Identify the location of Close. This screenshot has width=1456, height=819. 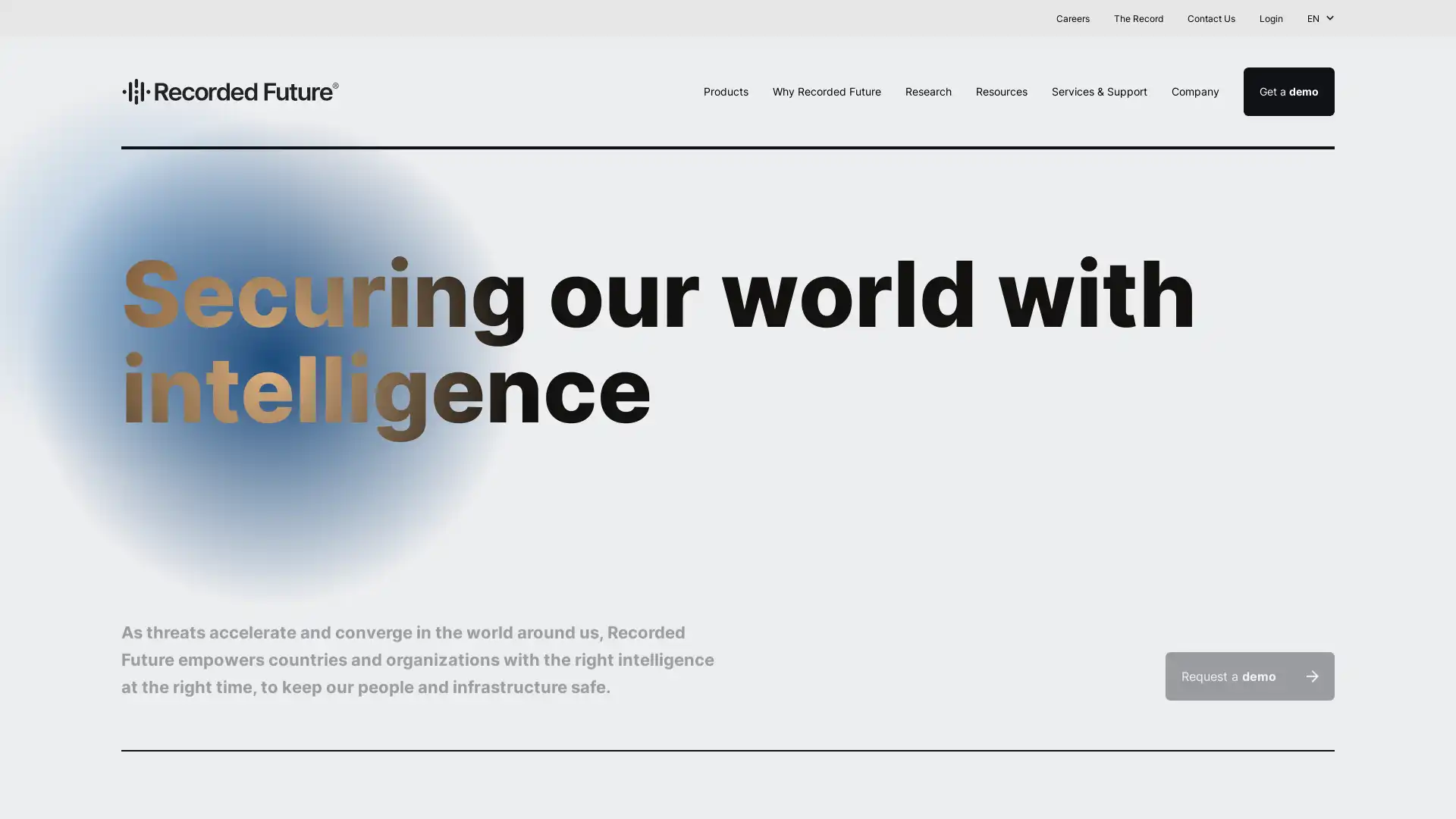
(1429, 20).